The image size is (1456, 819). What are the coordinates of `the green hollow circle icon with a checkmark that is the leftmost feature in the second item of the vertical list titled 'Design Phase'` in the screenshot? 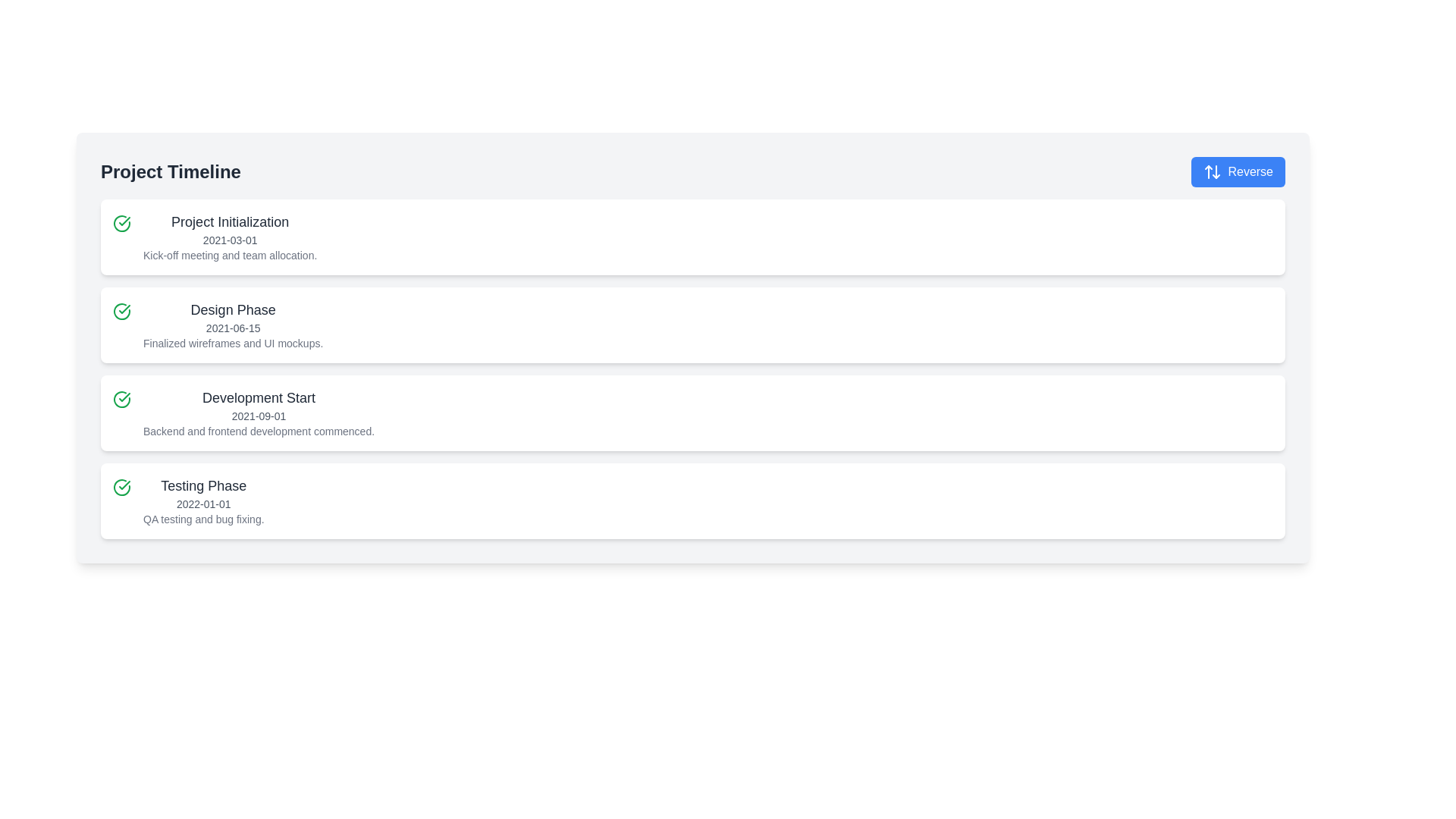 It's located at (122, 311).